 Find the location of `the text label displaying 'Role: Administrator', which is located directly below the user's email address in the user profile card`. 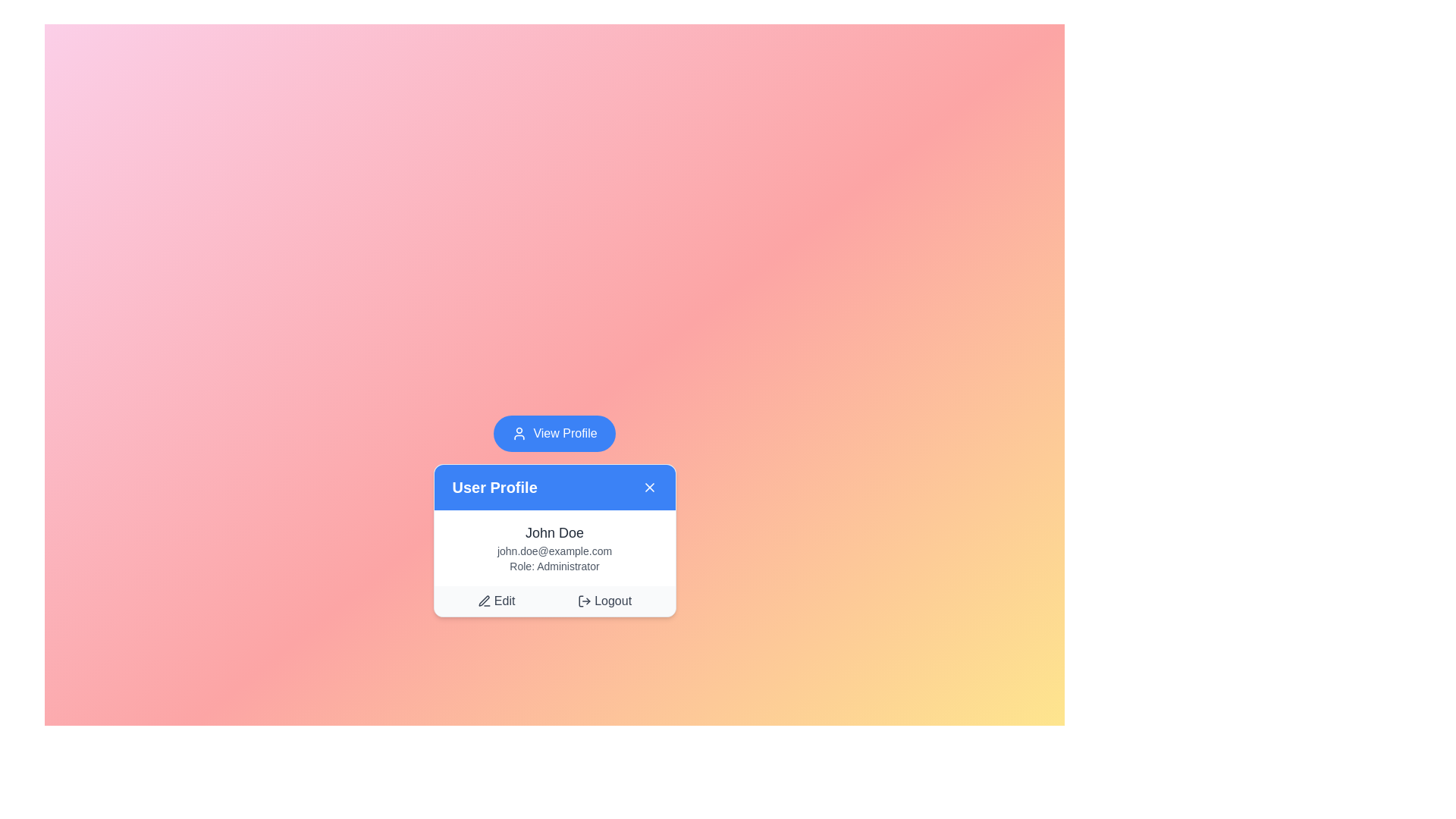

the text label displaying 'Role: Administrator', which is located directly below the user's email address in the user profile card is located at coordinates (554, 566).